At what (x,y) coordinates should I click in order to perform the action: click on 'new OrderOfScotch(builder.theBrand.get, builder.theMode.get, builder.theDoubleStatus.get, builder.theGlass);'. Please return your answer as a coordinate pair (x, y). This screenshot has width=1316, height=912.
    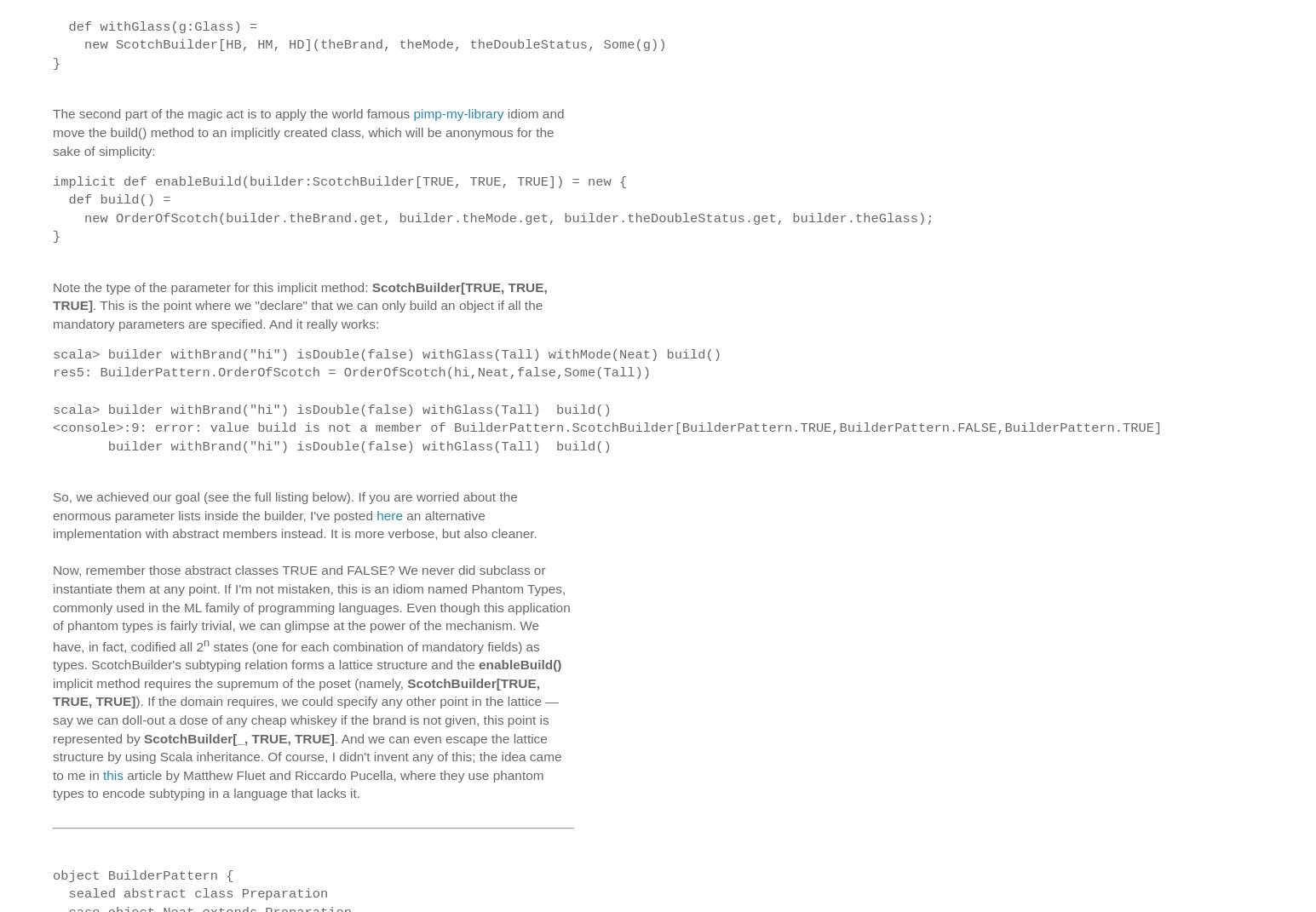
    Looking at the image, I should click on (493, 217).